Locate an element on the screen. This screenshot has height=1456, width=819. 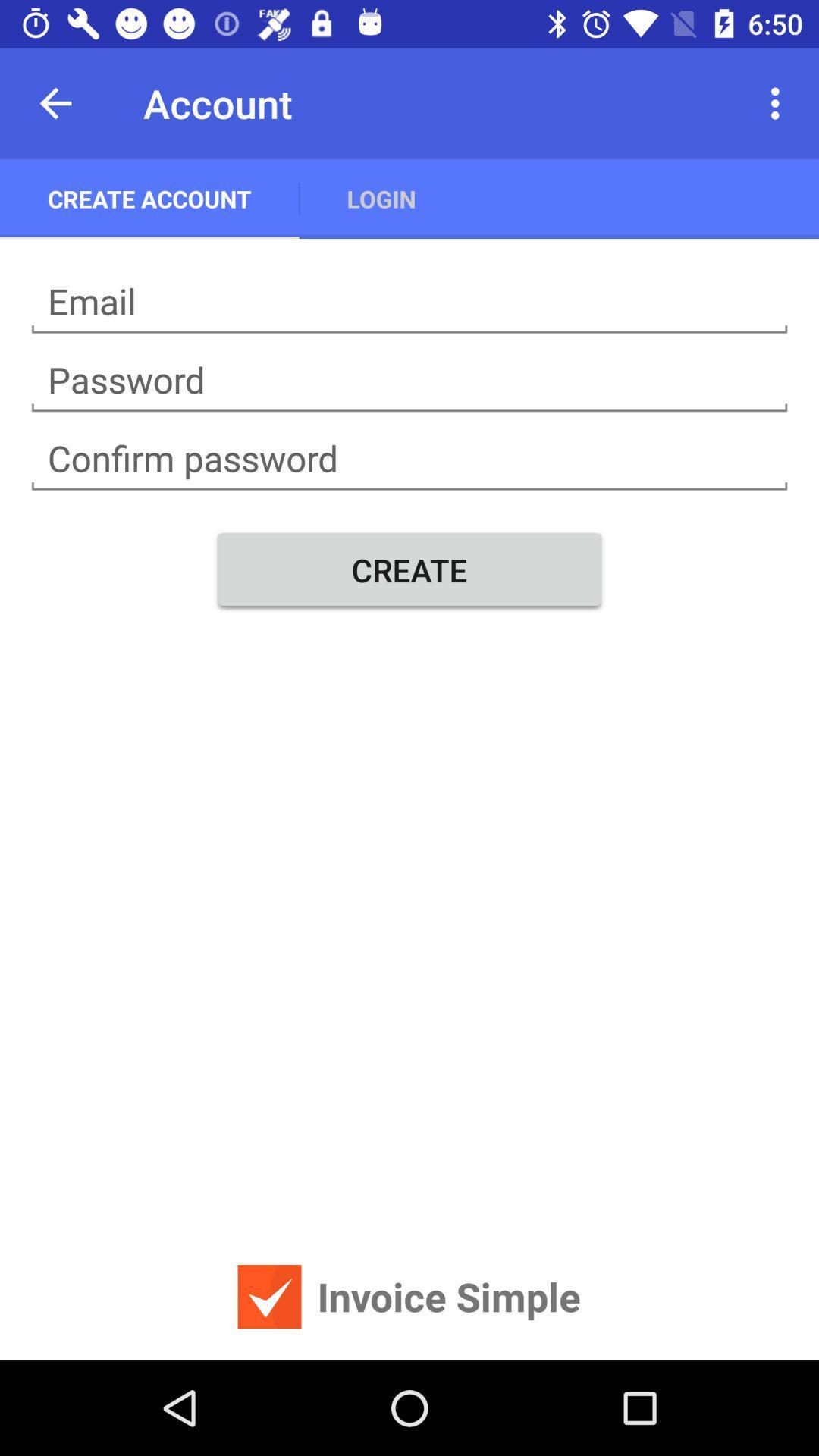
the create account app is located at coordinates (149, 198).